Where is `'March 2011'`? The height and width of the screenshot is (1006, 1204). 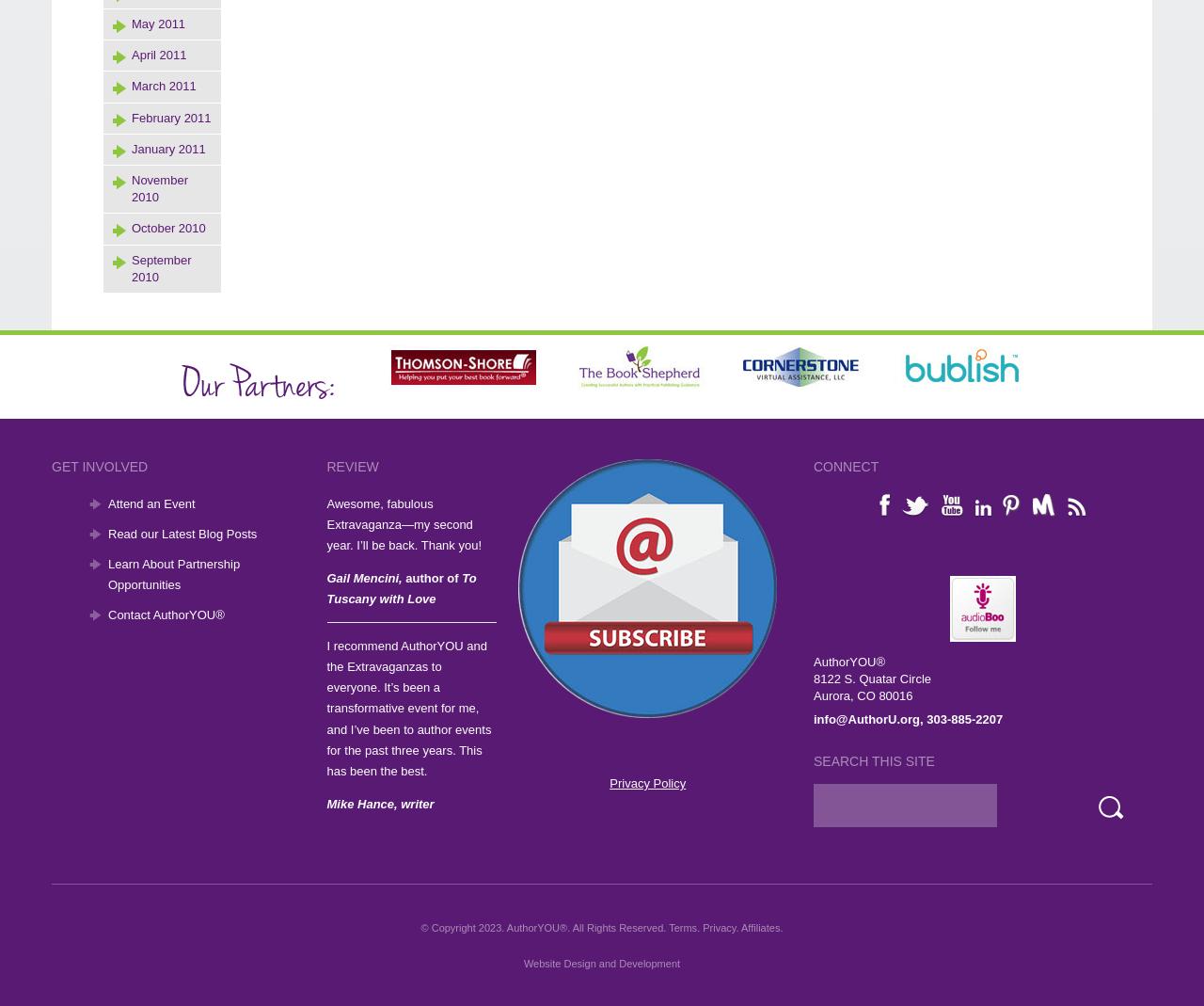
'March 2011' is located at coordinates (163, 85).